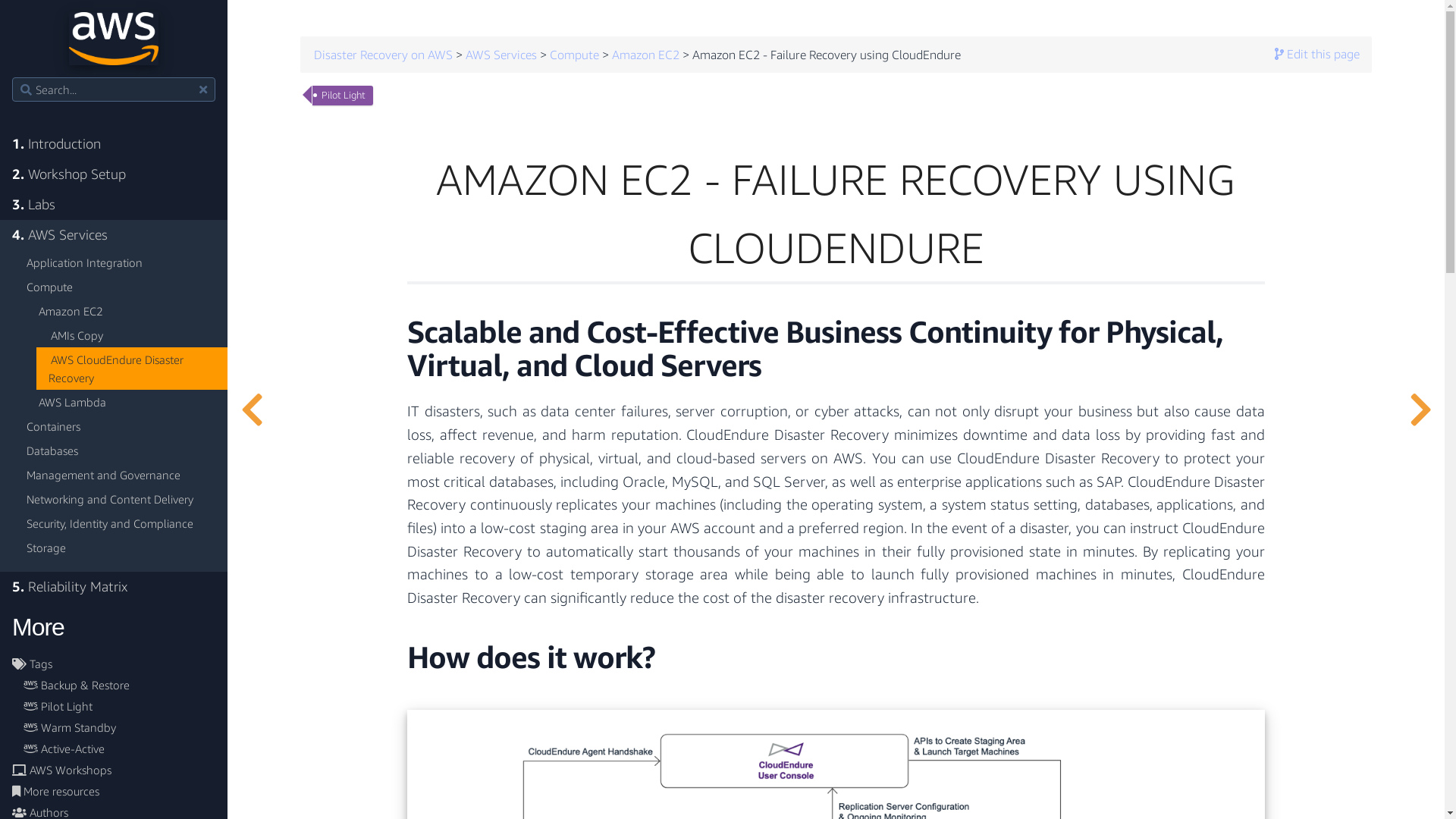 The height and width of the screenshot is (819, 1456). I want to click on 'Go home', so click(112, 37).